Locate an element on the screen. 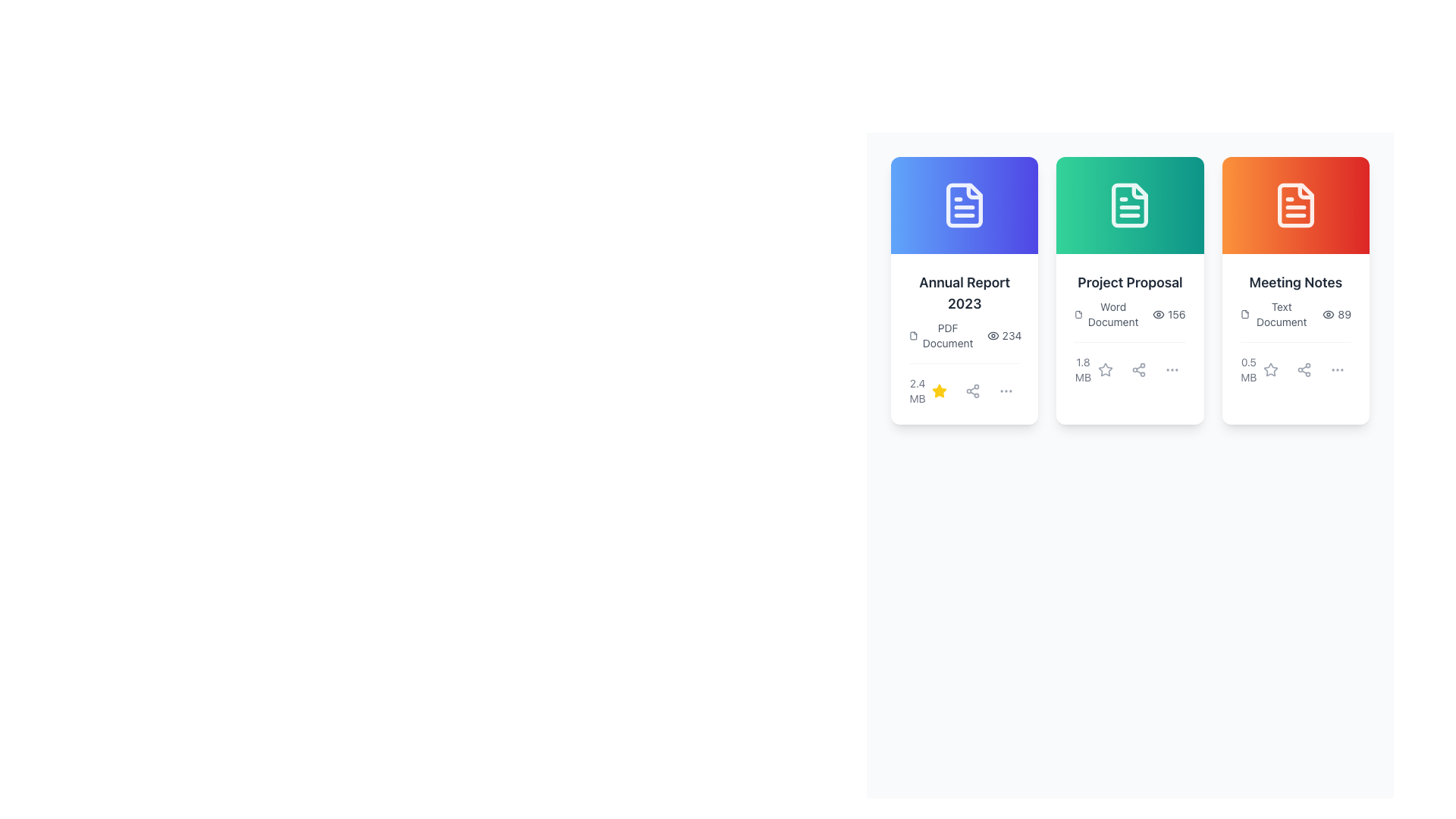  the decorative icon located at the top of the 'Project Proposal' card, which visually represents the document type is located at coordinates (1130, 205).